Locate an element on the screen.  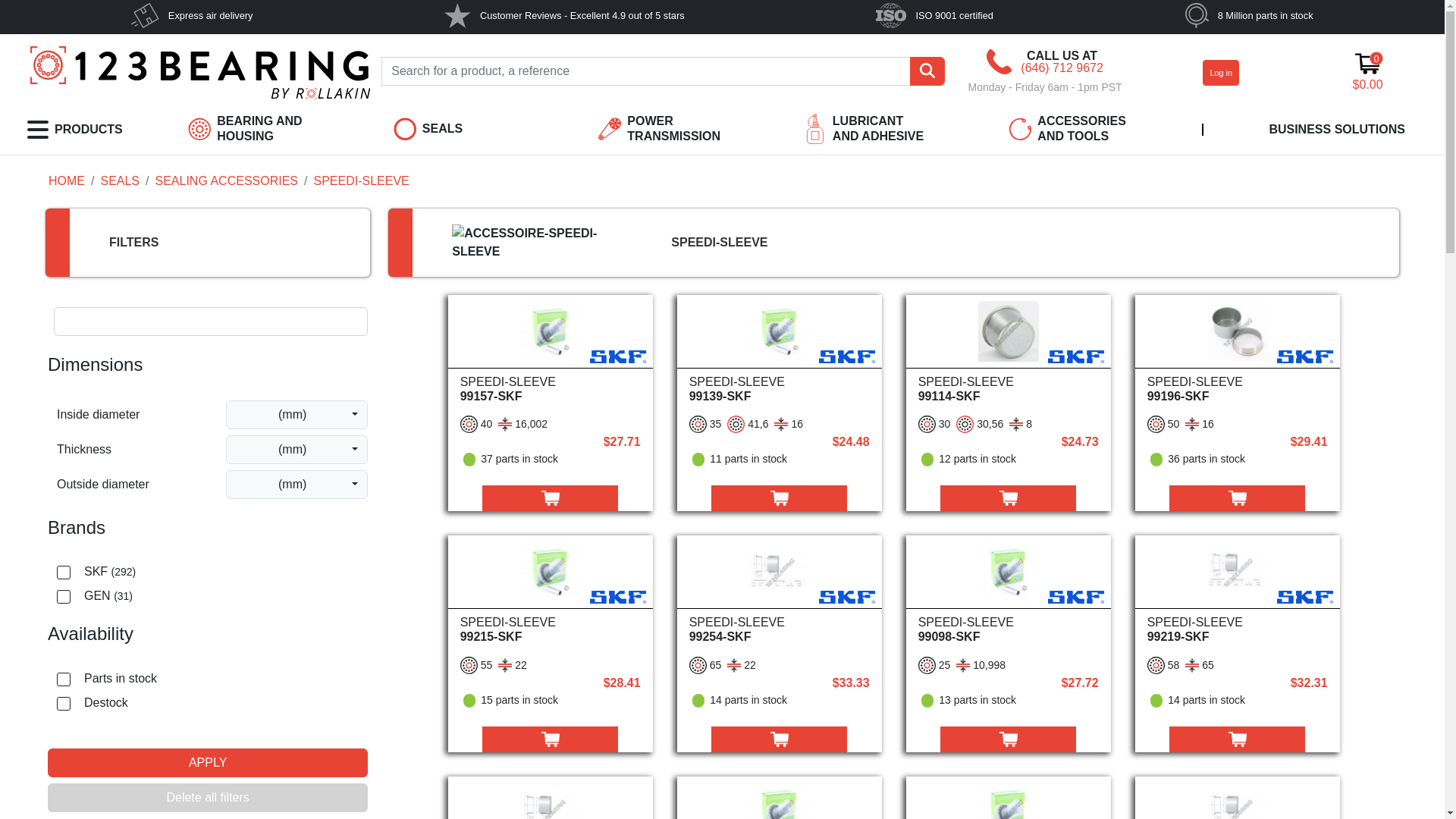
'SPEEDI-SLEEVE is located at coordinates (1238, 627).